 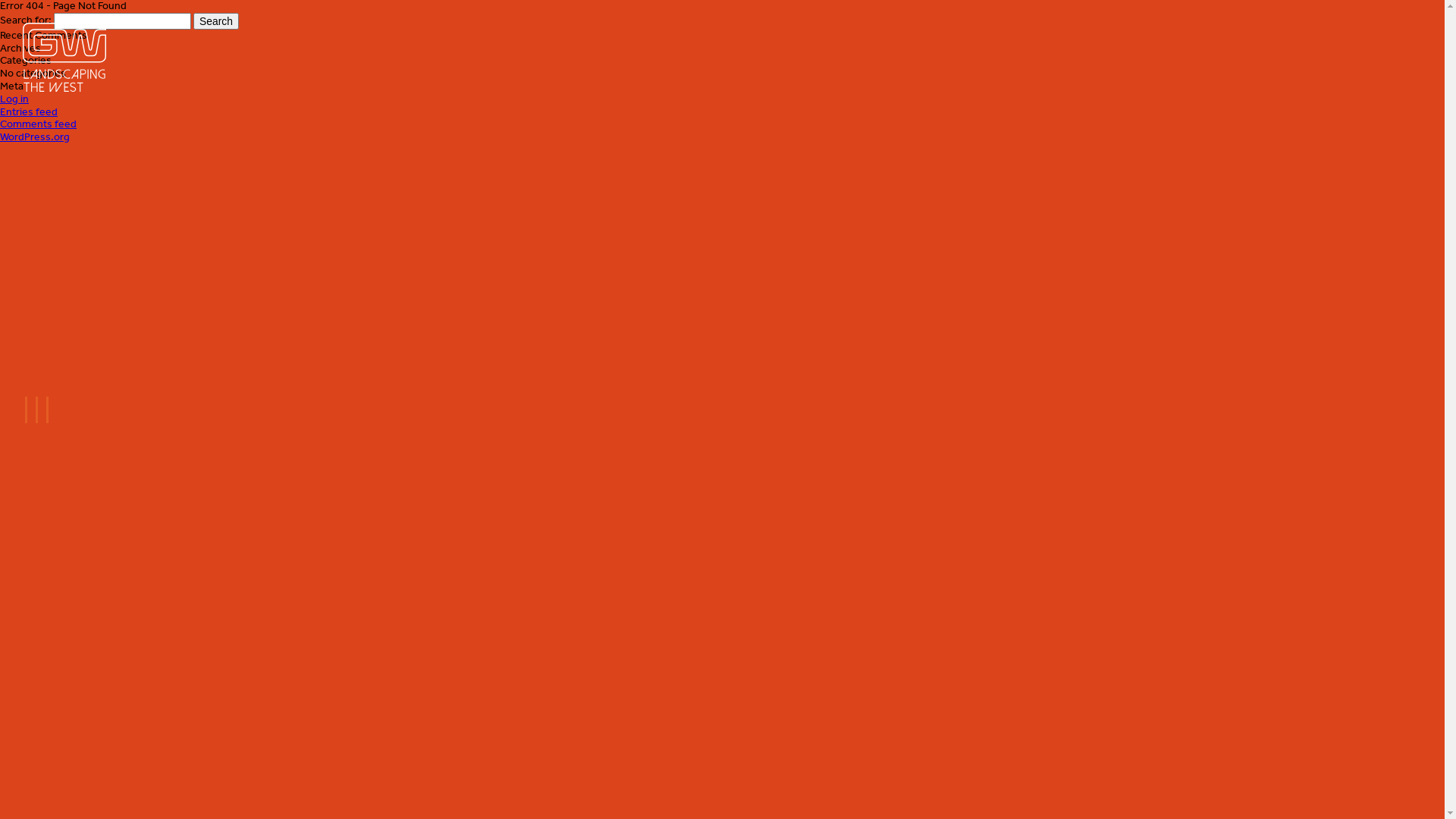 I want to click on 'Entries feed', so click(x=29, y=111).